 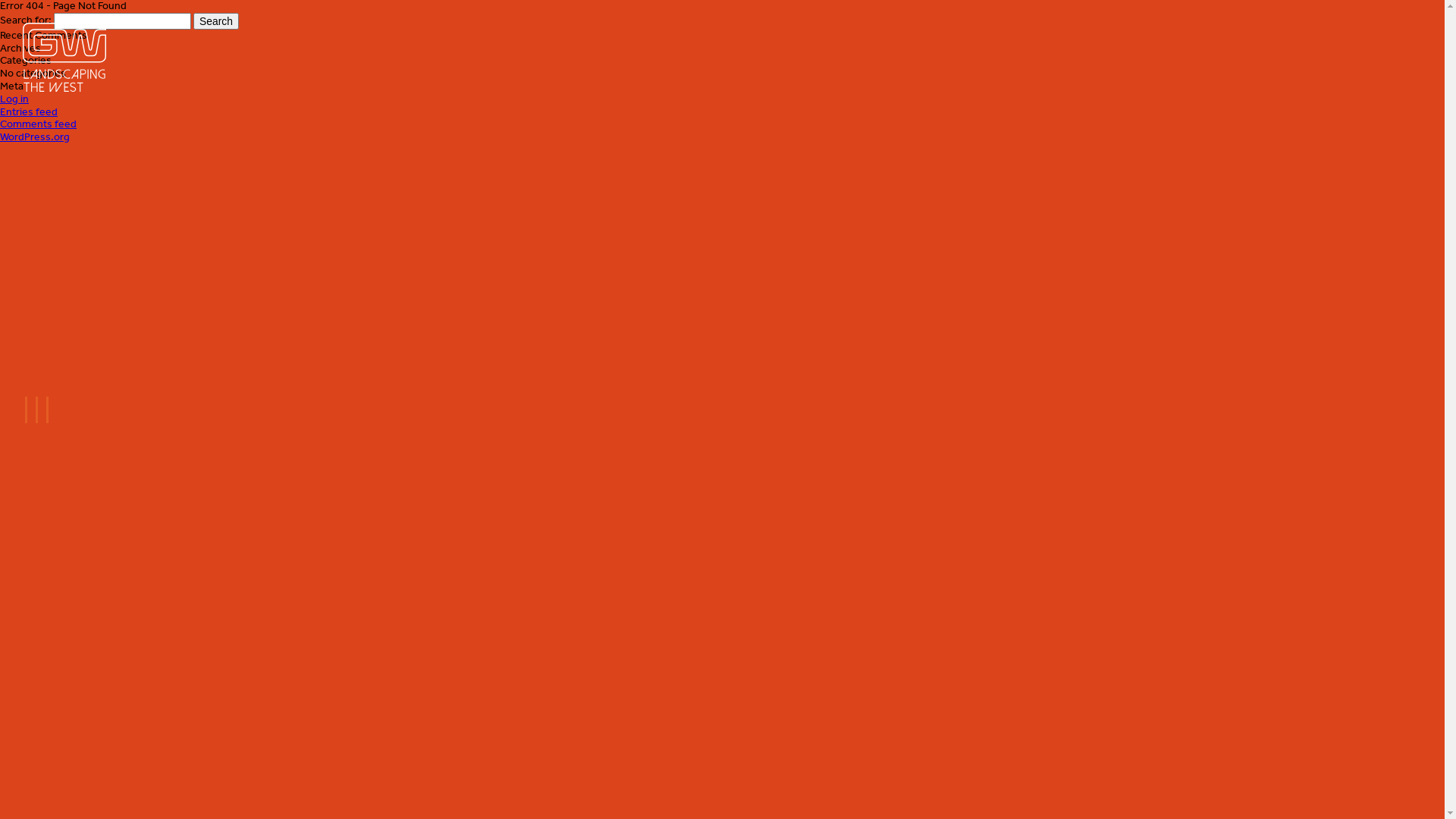 I want to click on 'Entries feed', so click(x=29, y=111).